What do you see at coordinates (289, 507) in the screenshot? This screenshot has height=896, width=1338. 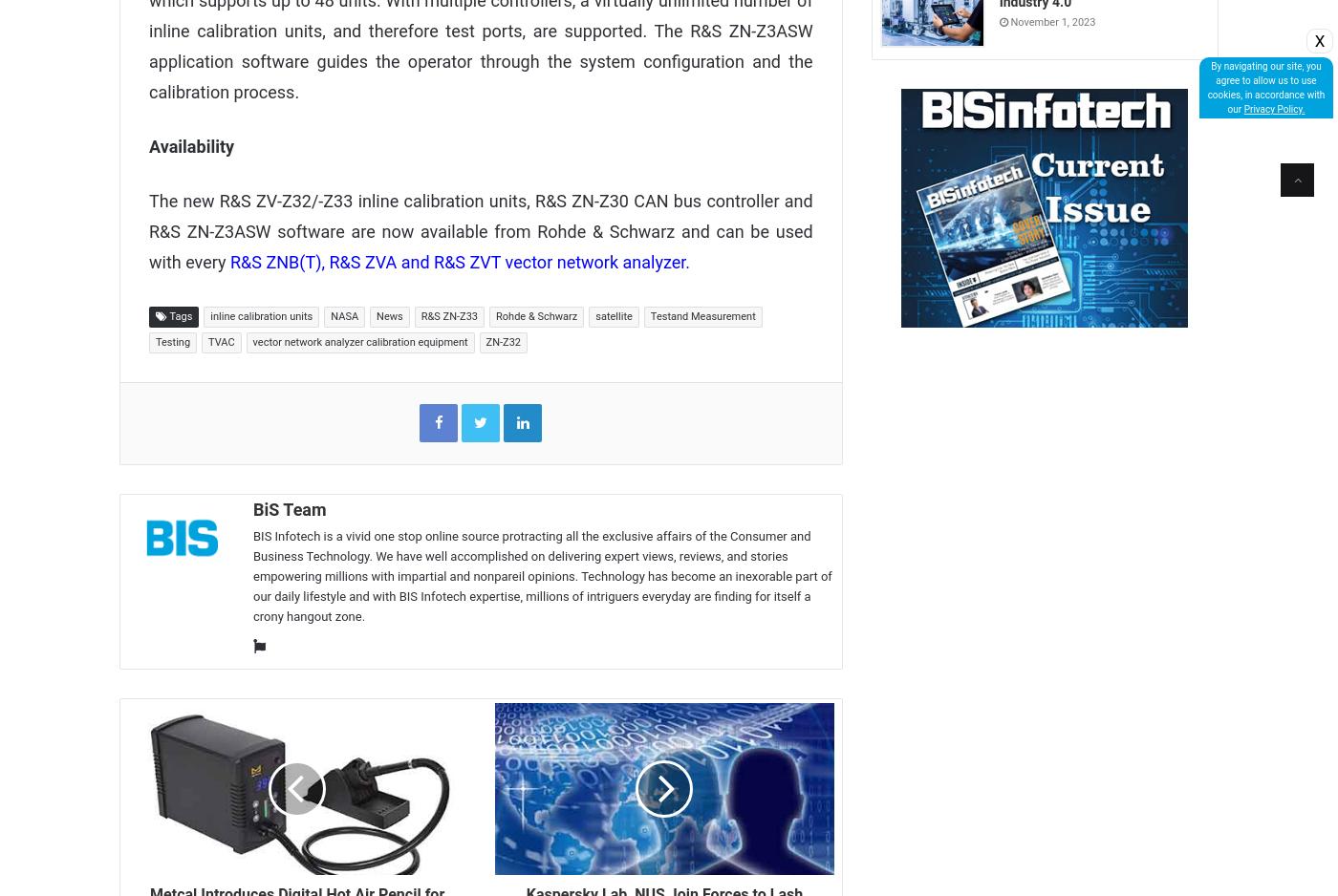 I see `'BiS Team'` at bounding box center [289, 507].